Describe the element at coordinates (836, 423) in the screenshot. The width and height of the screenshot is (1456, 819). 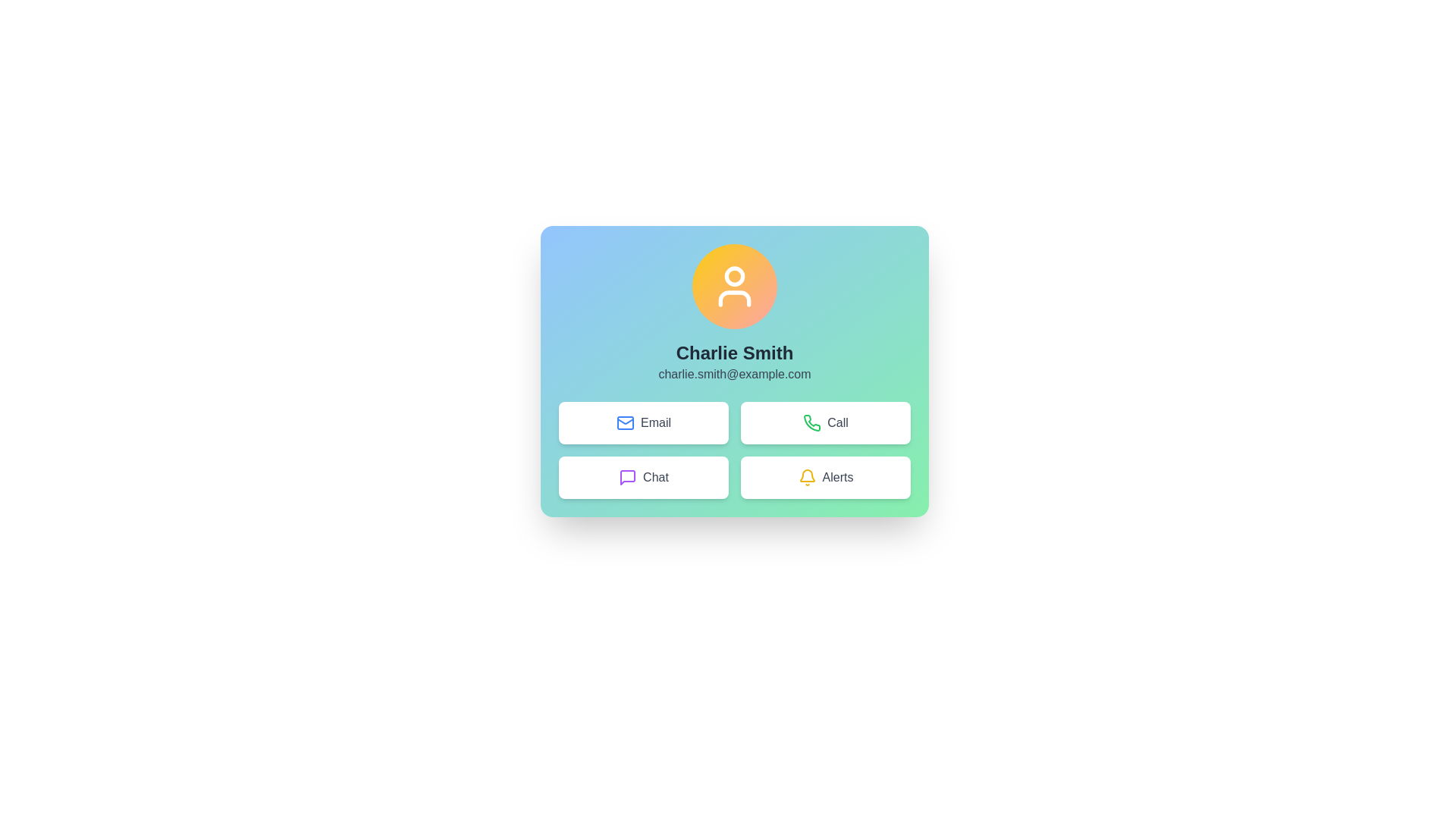
I see `text label that describes the 'Call' action, positioned to the right of the green phone icon in the top-right quadrant of the button grid` at that location.